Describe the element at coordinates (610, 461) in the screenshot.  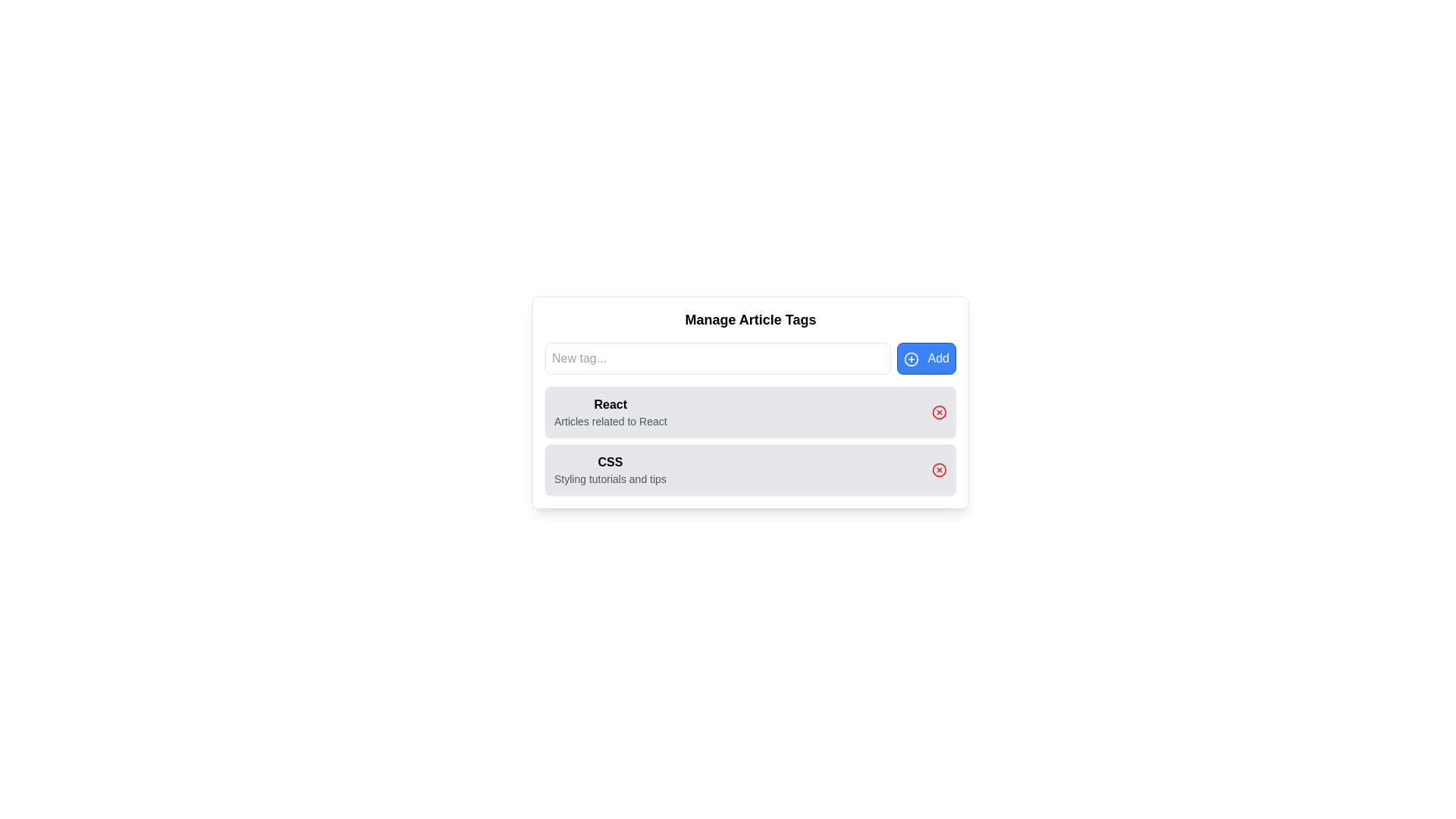
I see `the header text label that represents a topic related to CSS, located at the top of the component, above the descriptive text 'Styling tutorials and tips'` at that location.